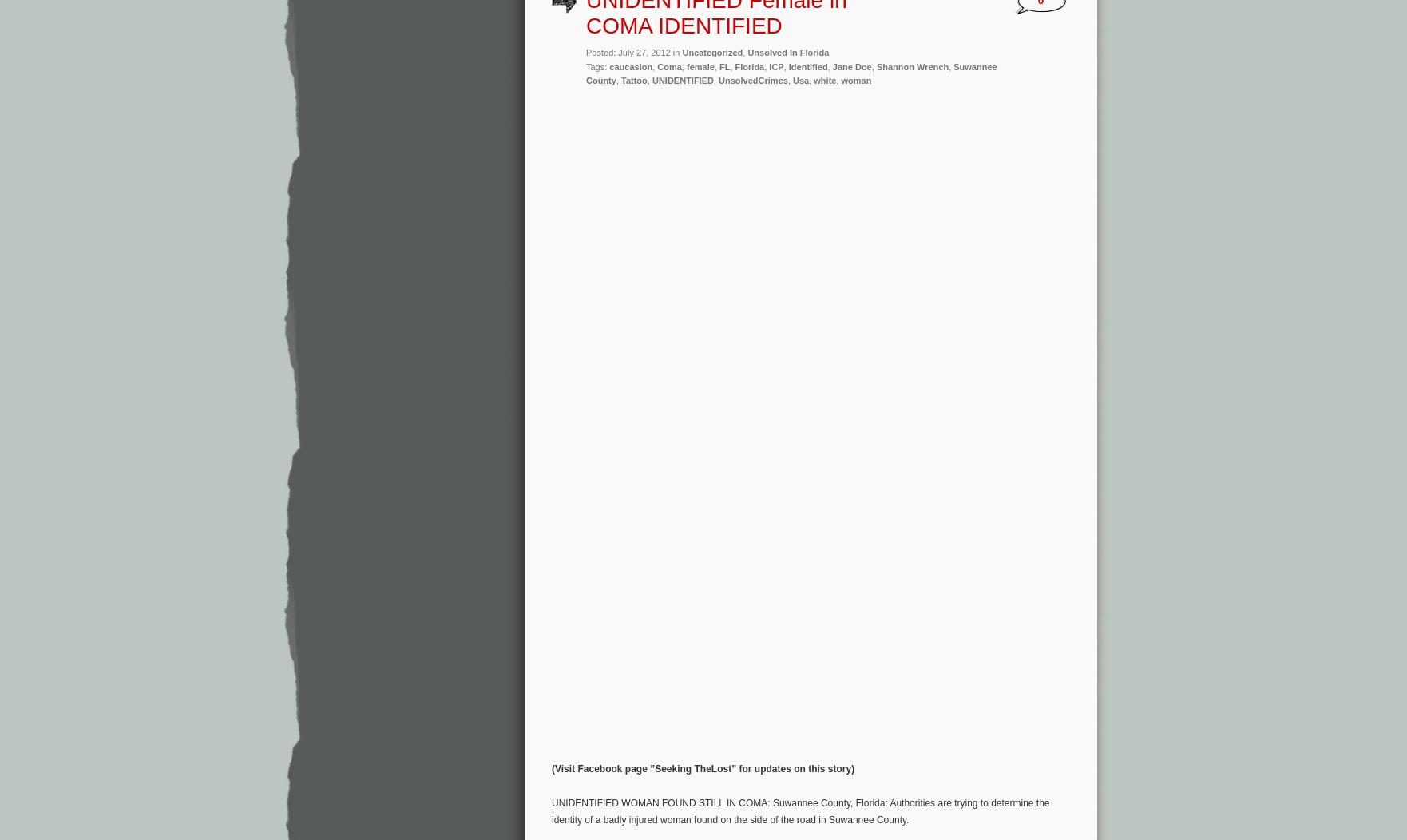 The width and height of the screenshot is (1407, 840). Describe the element at coordinates (719, 65) in the screenshot. I see `'FL'` at that location.